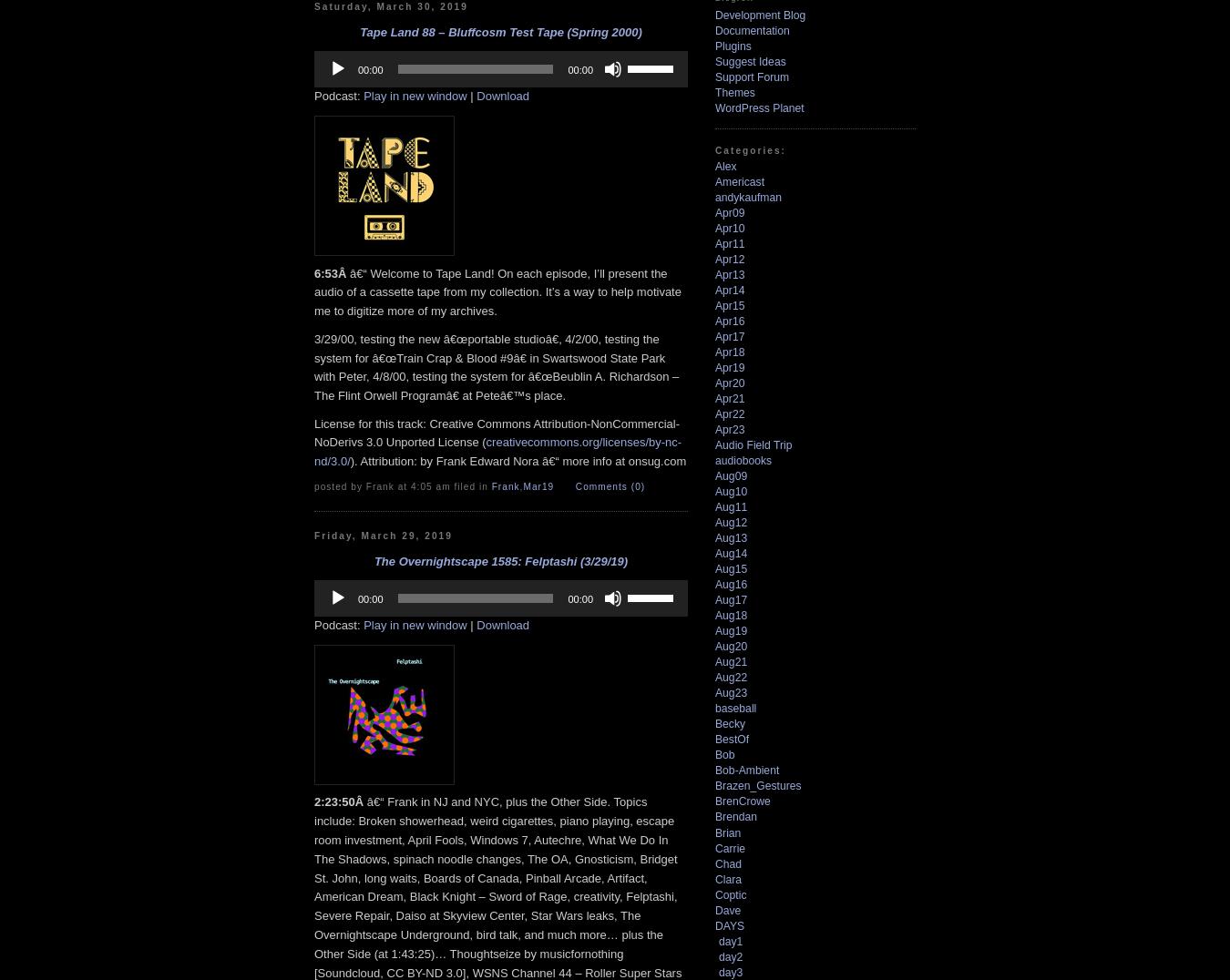 This screenshot has width=1230, height=980. I want to click on 'andykaufman', so click(748, 195).